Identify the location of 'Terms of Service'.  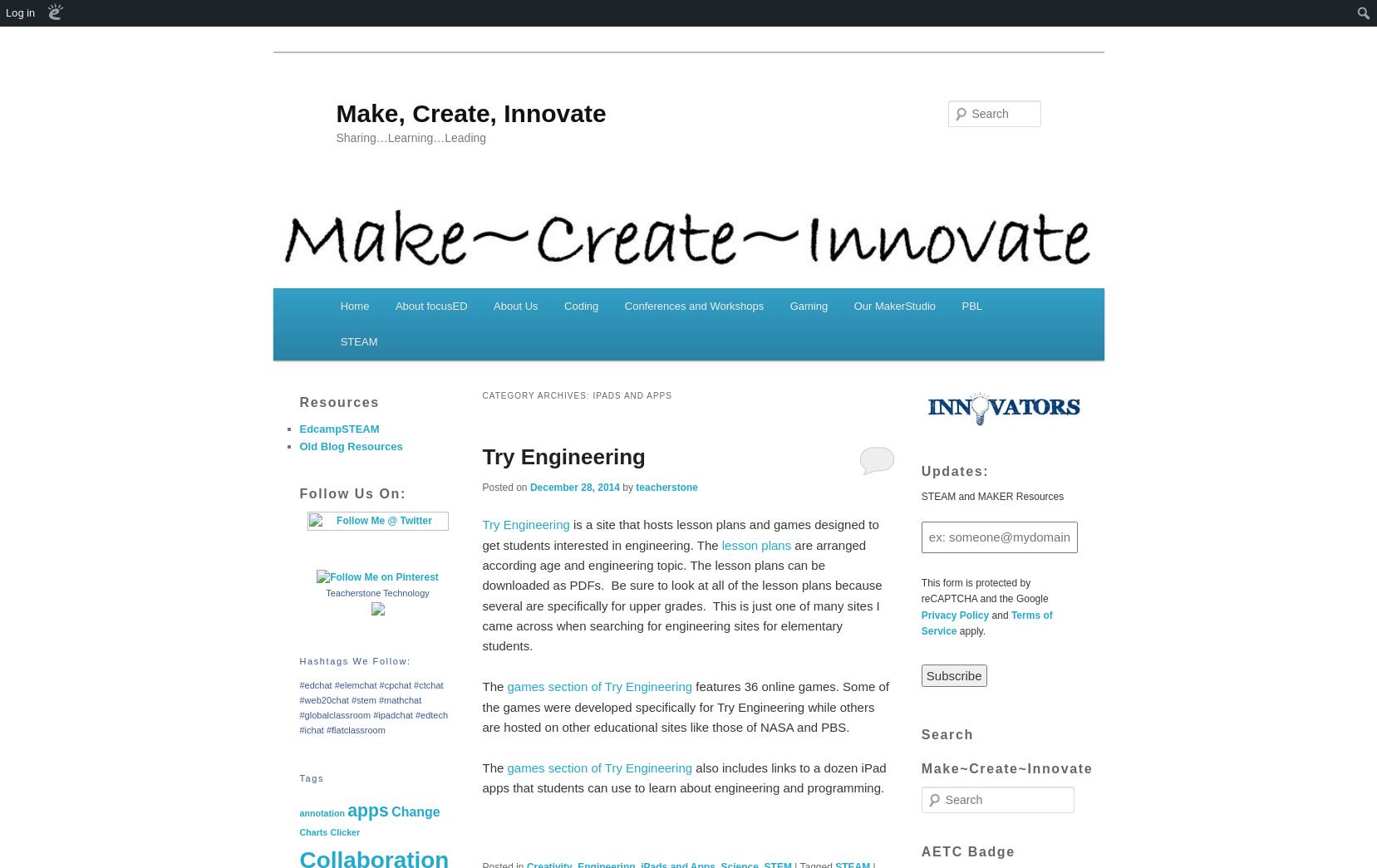
(986, 621).